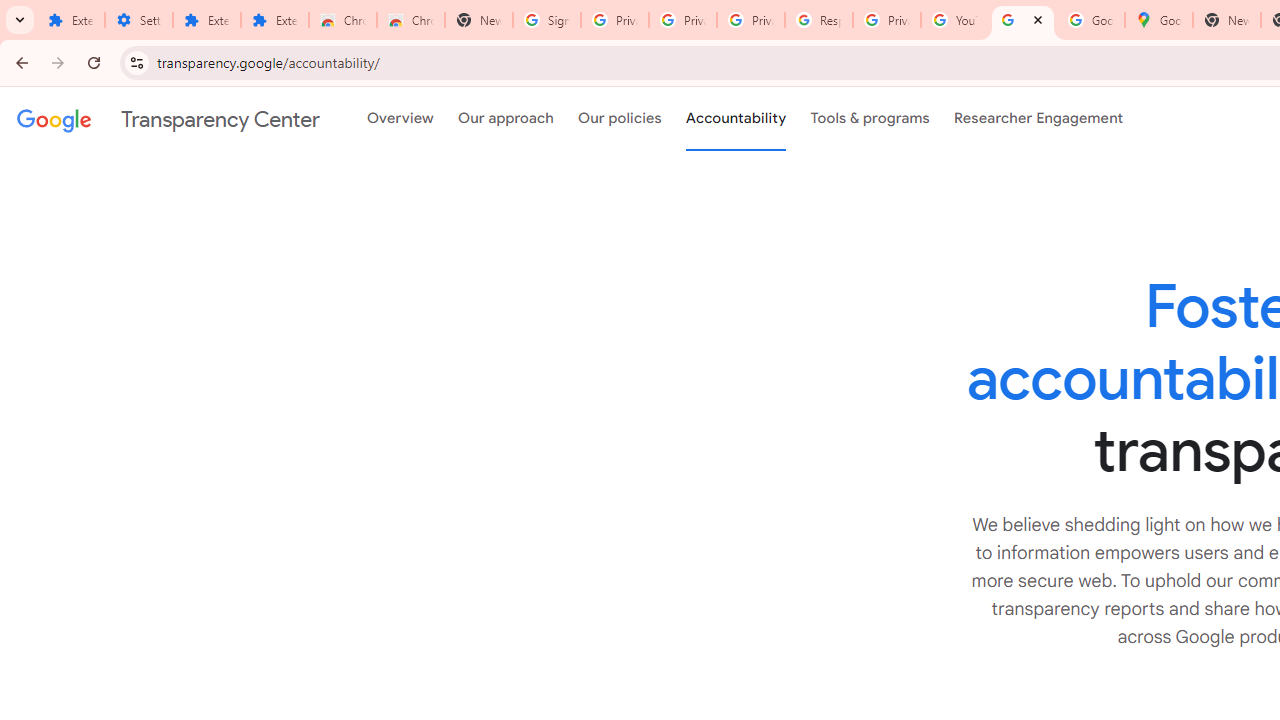  I want to click on 'Chrome Web Store - Themes', so click(410, 20).